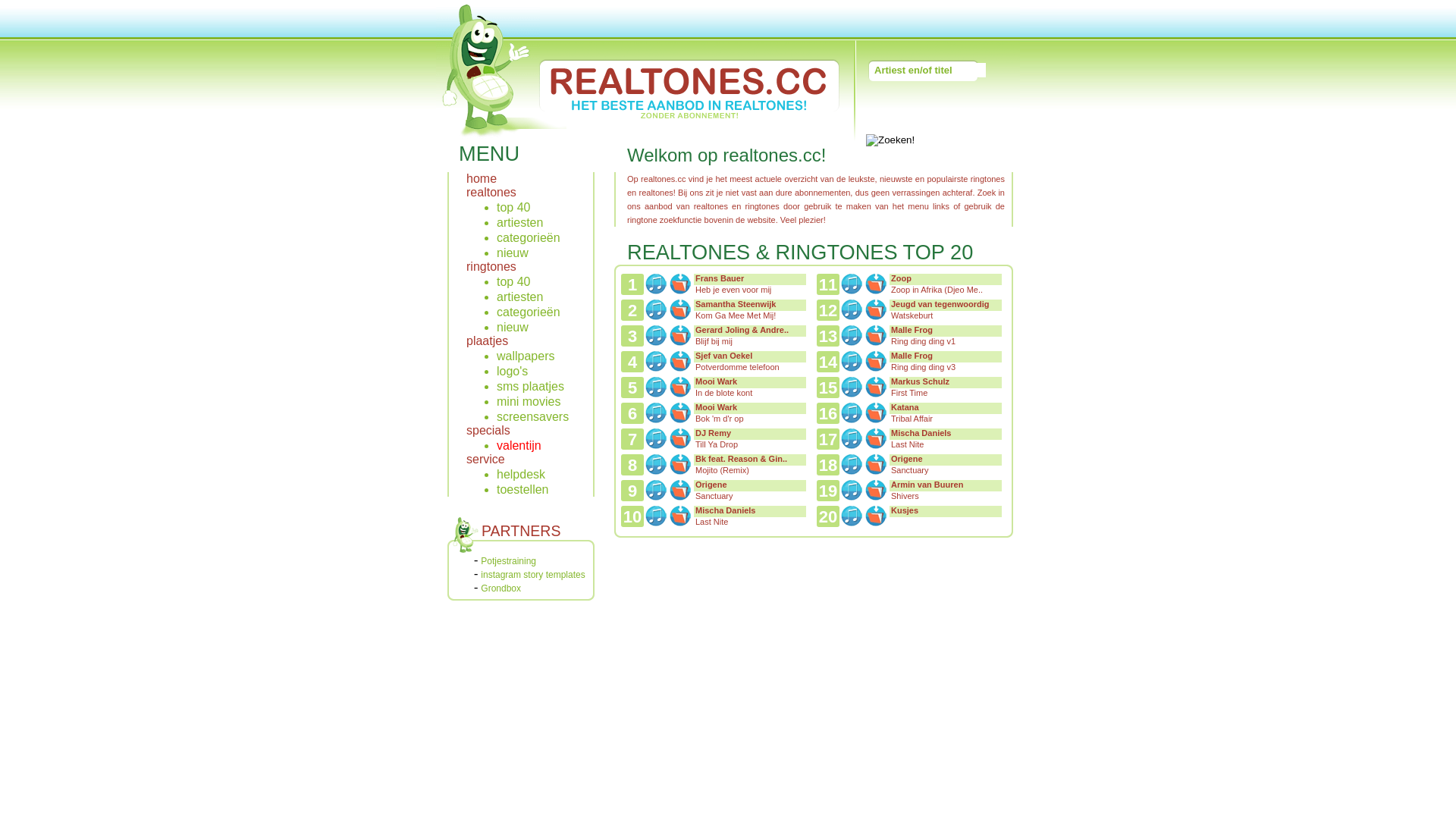  I want to click on 'Mojito (Remix)', so click(721, 469).